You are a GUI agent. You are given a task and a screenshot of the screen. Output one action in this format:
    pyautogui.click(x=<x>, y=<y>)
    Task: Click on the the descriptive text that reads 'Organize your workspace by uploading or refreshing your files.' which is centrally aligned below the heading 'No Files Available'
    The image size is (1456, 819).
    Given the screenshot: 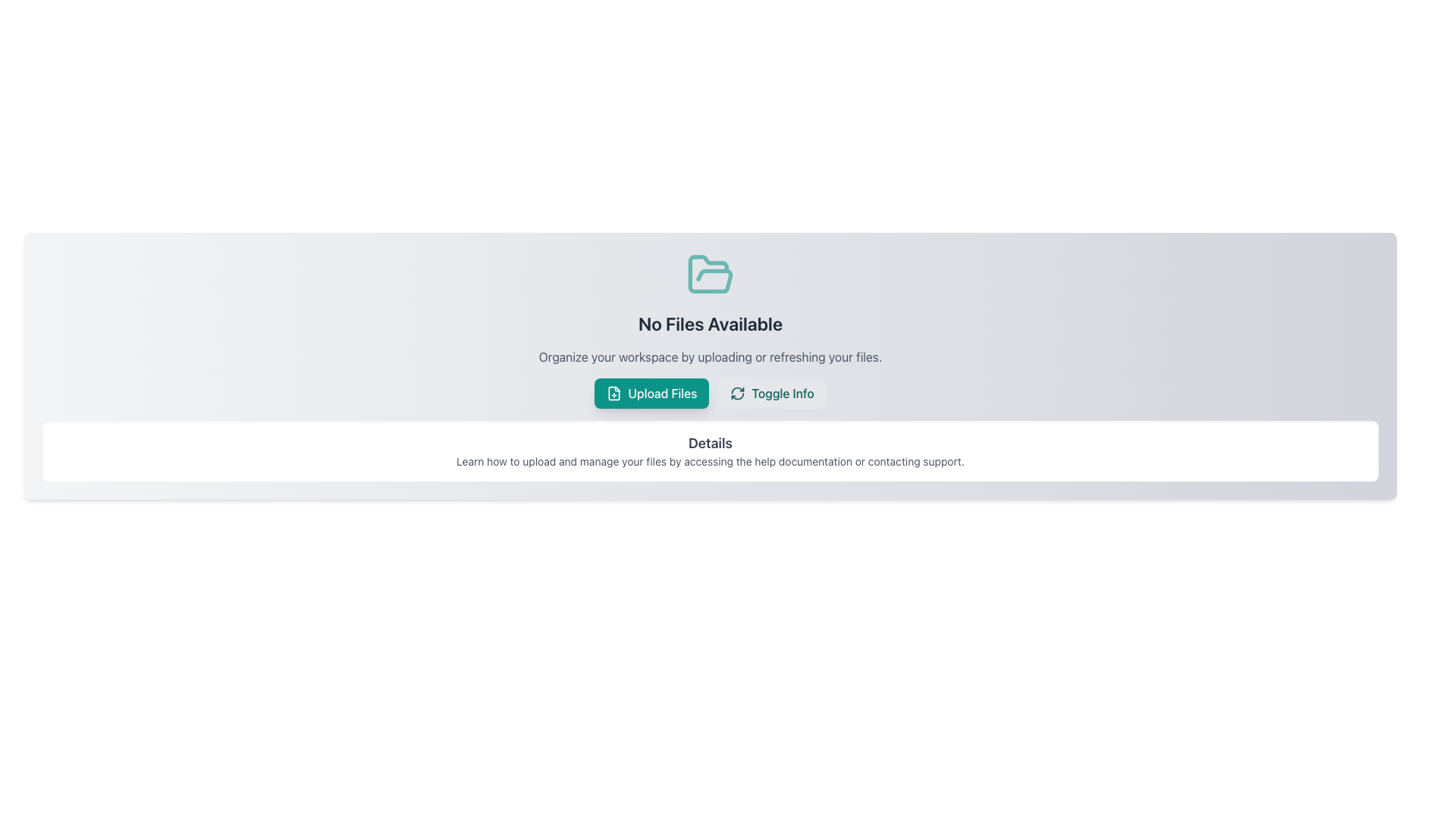 What is the action you would take?
    pyautogui.click(x=709, y=356)
    